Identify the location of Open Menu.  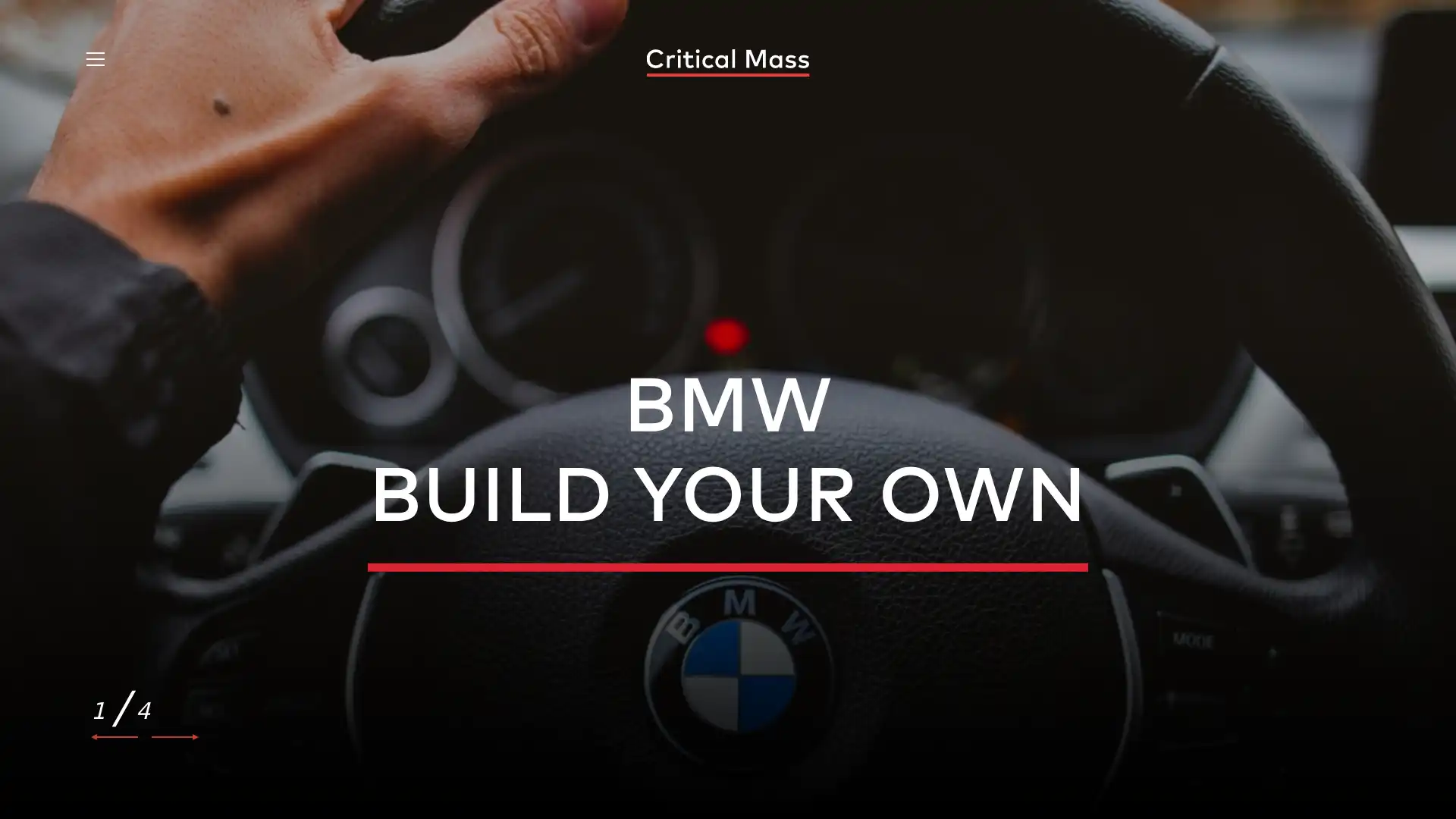
(94, 61).